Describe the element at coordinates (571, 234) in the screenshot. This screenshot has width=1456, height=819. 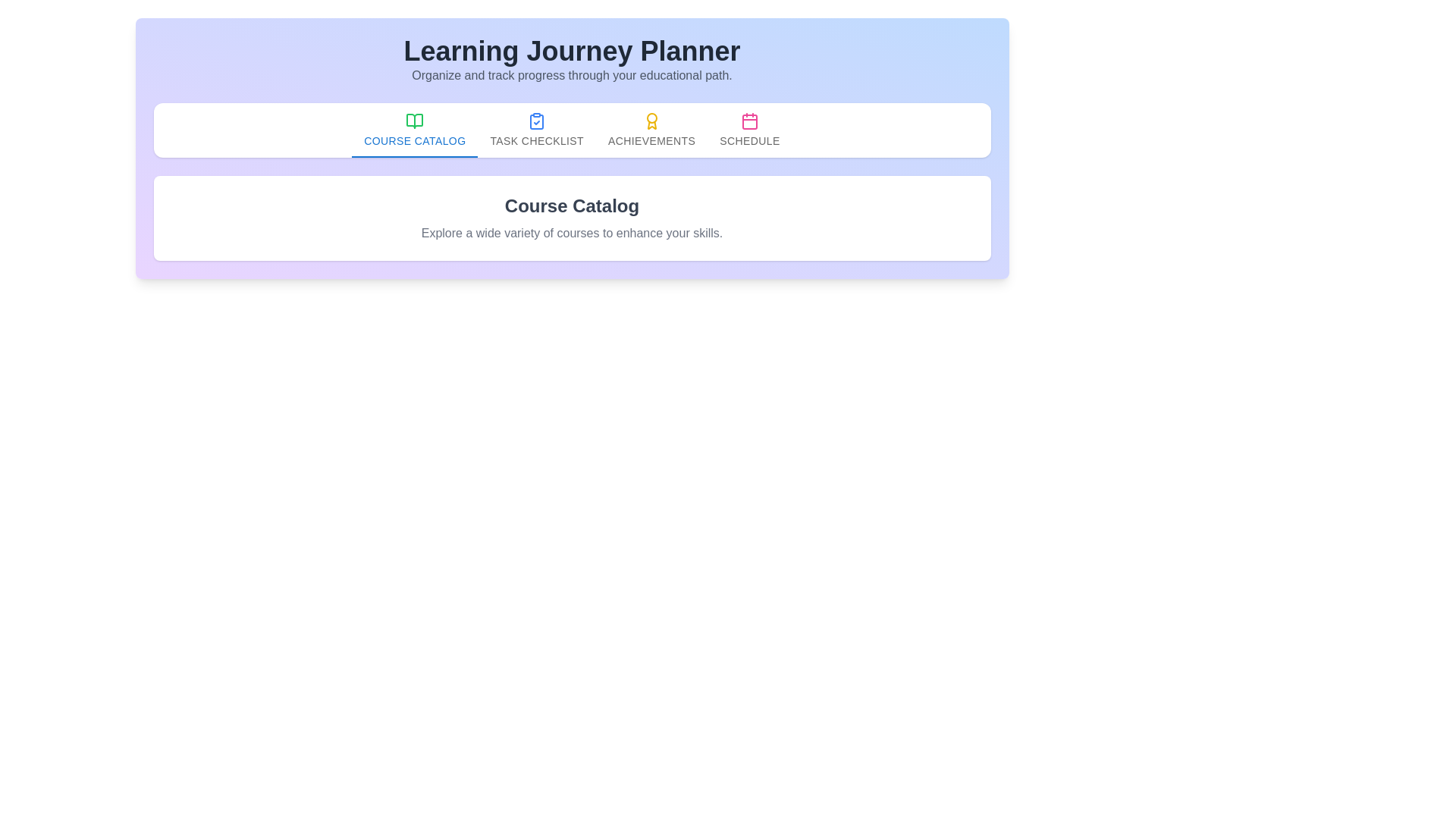
I see `the static text paragraph element that reads 'Explore a wide variety of courses to enhance your skills.', which is positioned below the 'Course Catalog' header` at that location.